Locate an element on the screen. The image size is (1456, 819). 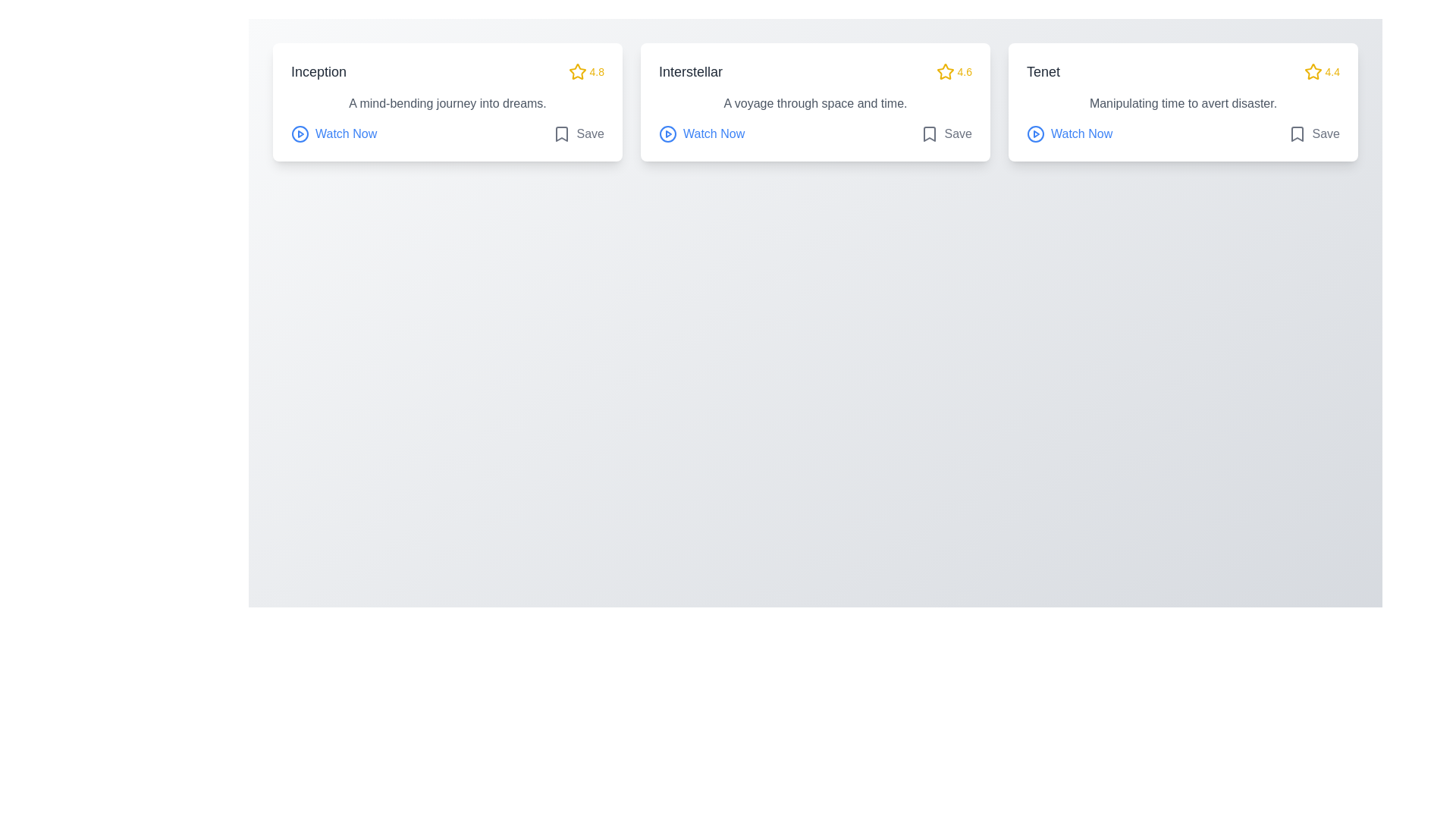
the text element displaying 'Manipulating time to avert disaster.' located beneath the title 'Tenet' in its card interface is located at coordinates (1182, 103).